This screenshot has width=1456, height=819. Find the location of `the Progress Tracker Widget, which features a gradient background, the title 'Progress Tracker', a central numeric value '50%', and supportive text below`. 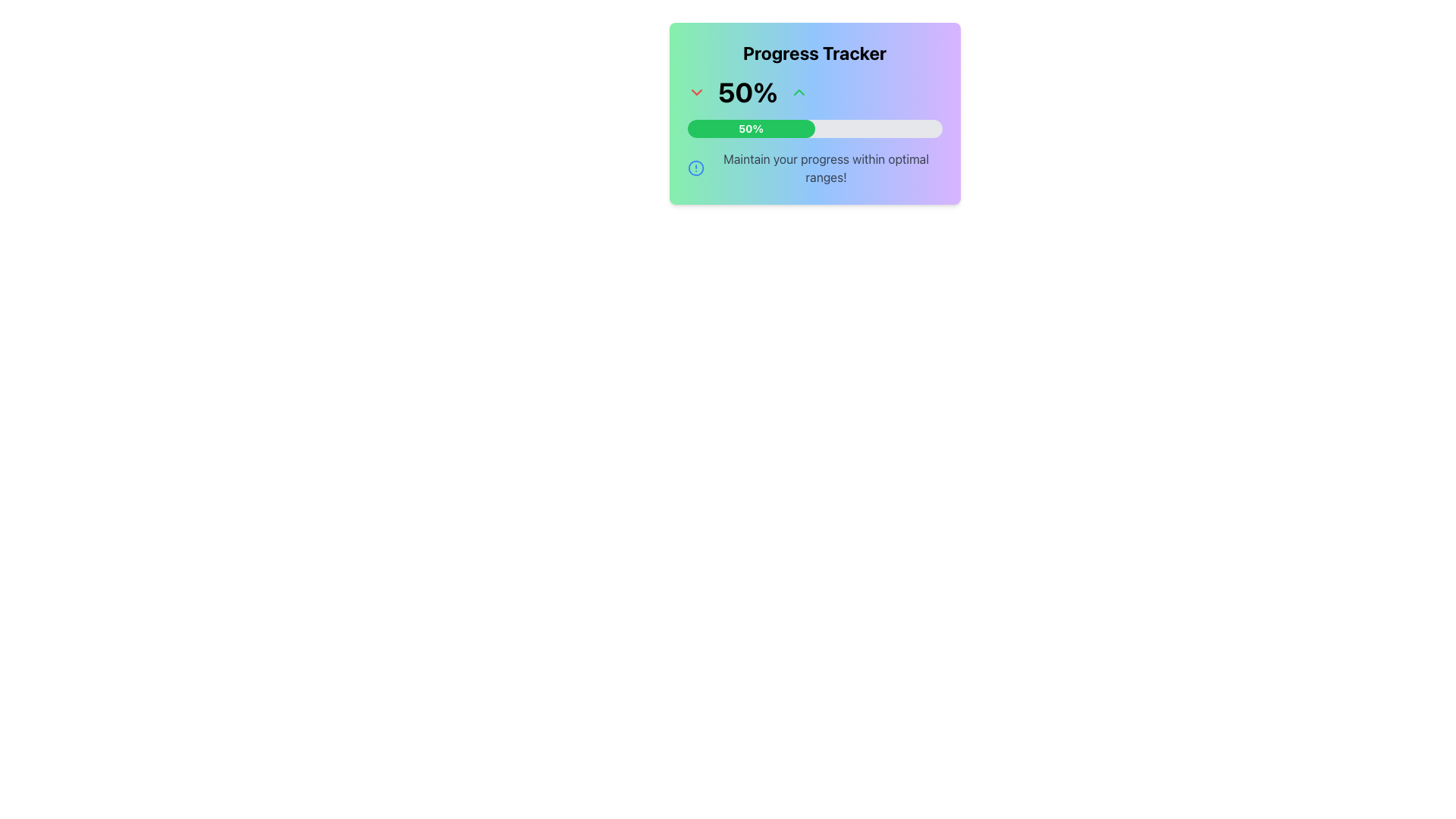

the Progress Tracker Widget, which features a gradient background, the title 'Progress Tracker', a central numeric value '50%', and supportive text below is located at coordinates (814, 113).